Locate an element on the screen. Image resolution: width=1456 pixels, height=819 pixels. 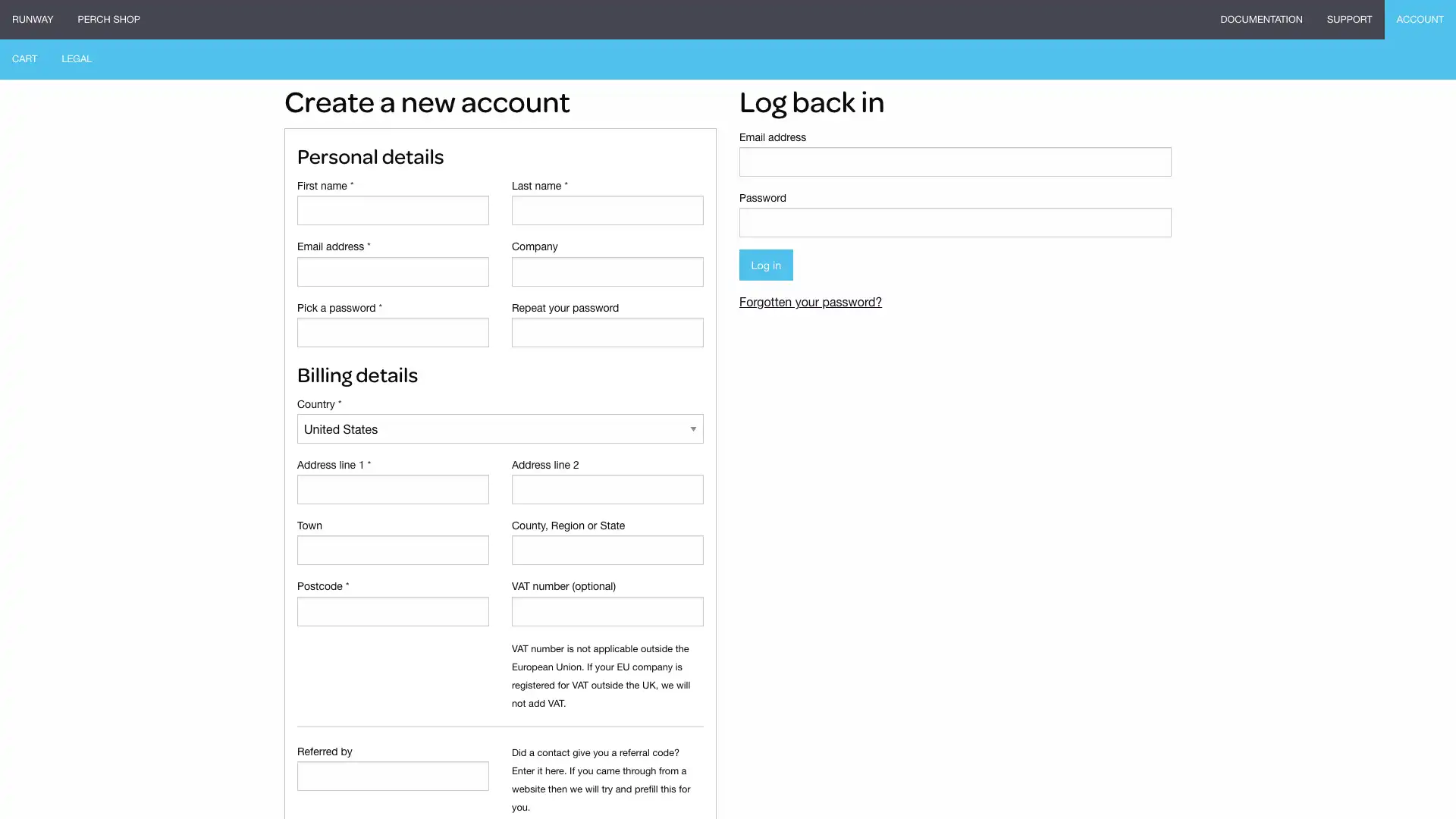
Log in is located at coordinates (765, 264).